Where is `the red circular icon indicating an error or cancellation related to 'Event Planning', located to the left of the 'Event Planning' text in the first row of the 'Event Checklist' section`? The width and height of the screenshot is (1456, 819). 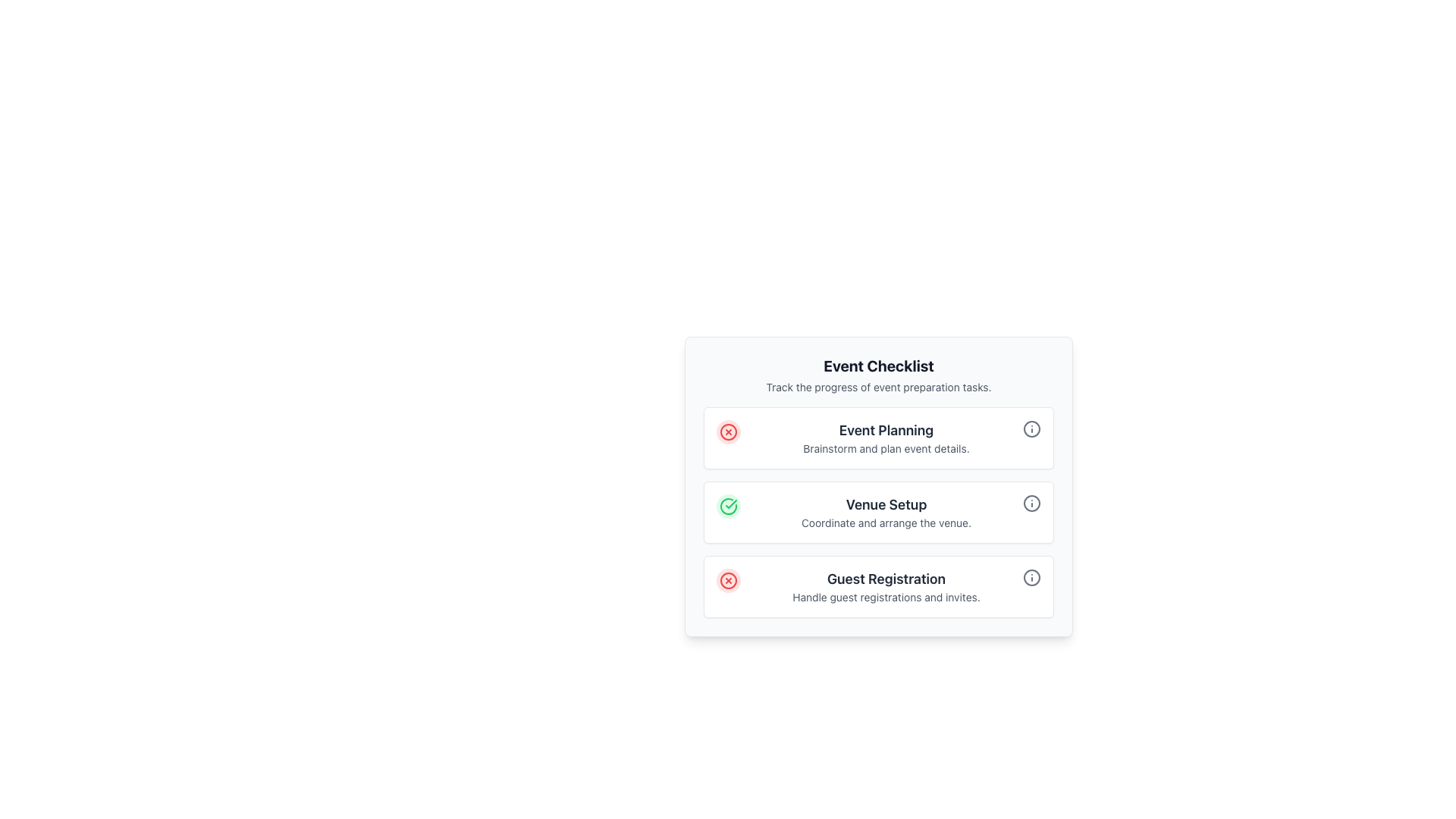 the red circular icon indicating an error or cancellation related to 'Event Planning', located to the left of the 'Event Planning' text in the first row of the 'Event Checklist' section is located at coordinates (728, 432).